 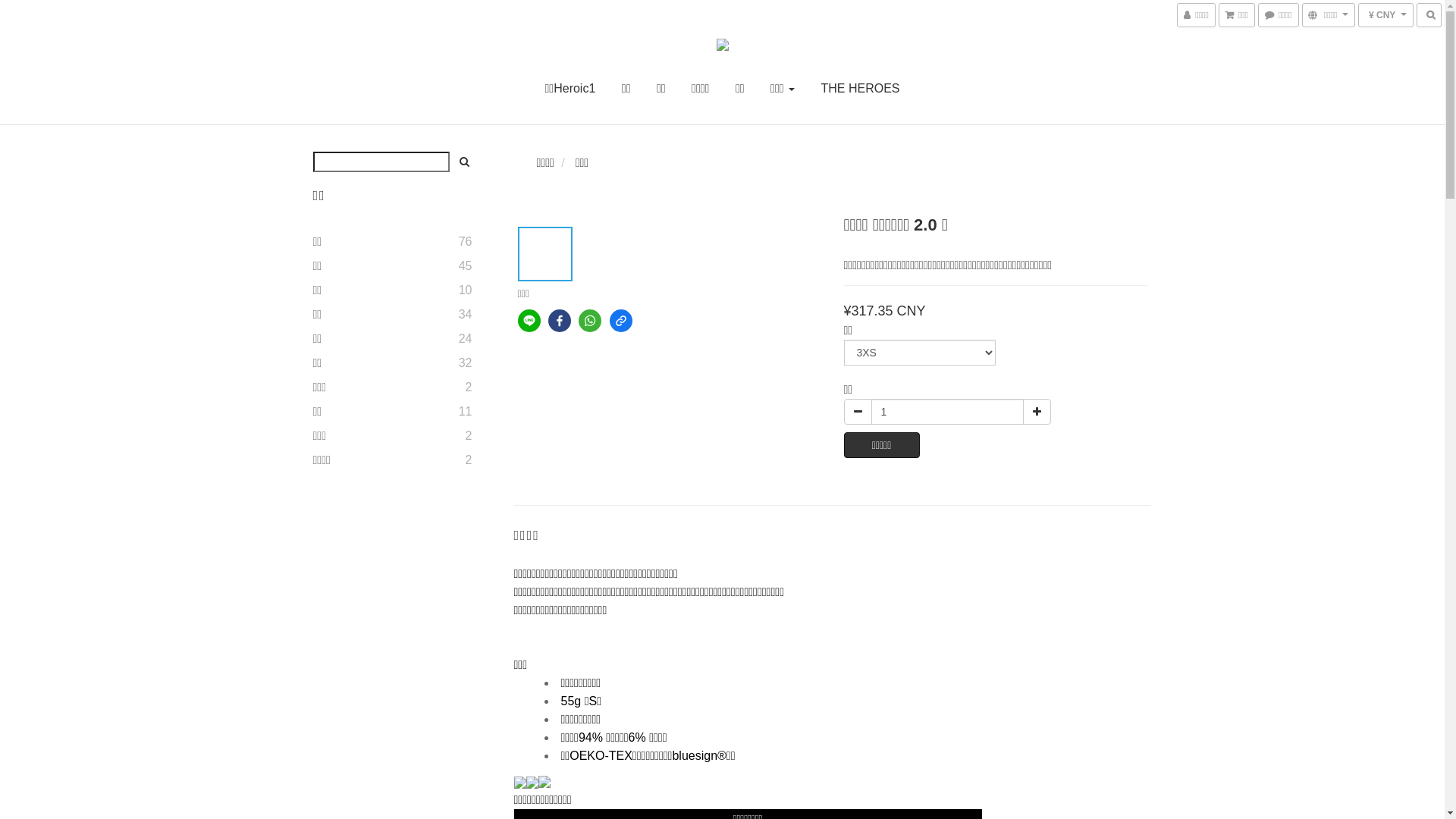 I want to click on 'line', so click(x=528, y=320).